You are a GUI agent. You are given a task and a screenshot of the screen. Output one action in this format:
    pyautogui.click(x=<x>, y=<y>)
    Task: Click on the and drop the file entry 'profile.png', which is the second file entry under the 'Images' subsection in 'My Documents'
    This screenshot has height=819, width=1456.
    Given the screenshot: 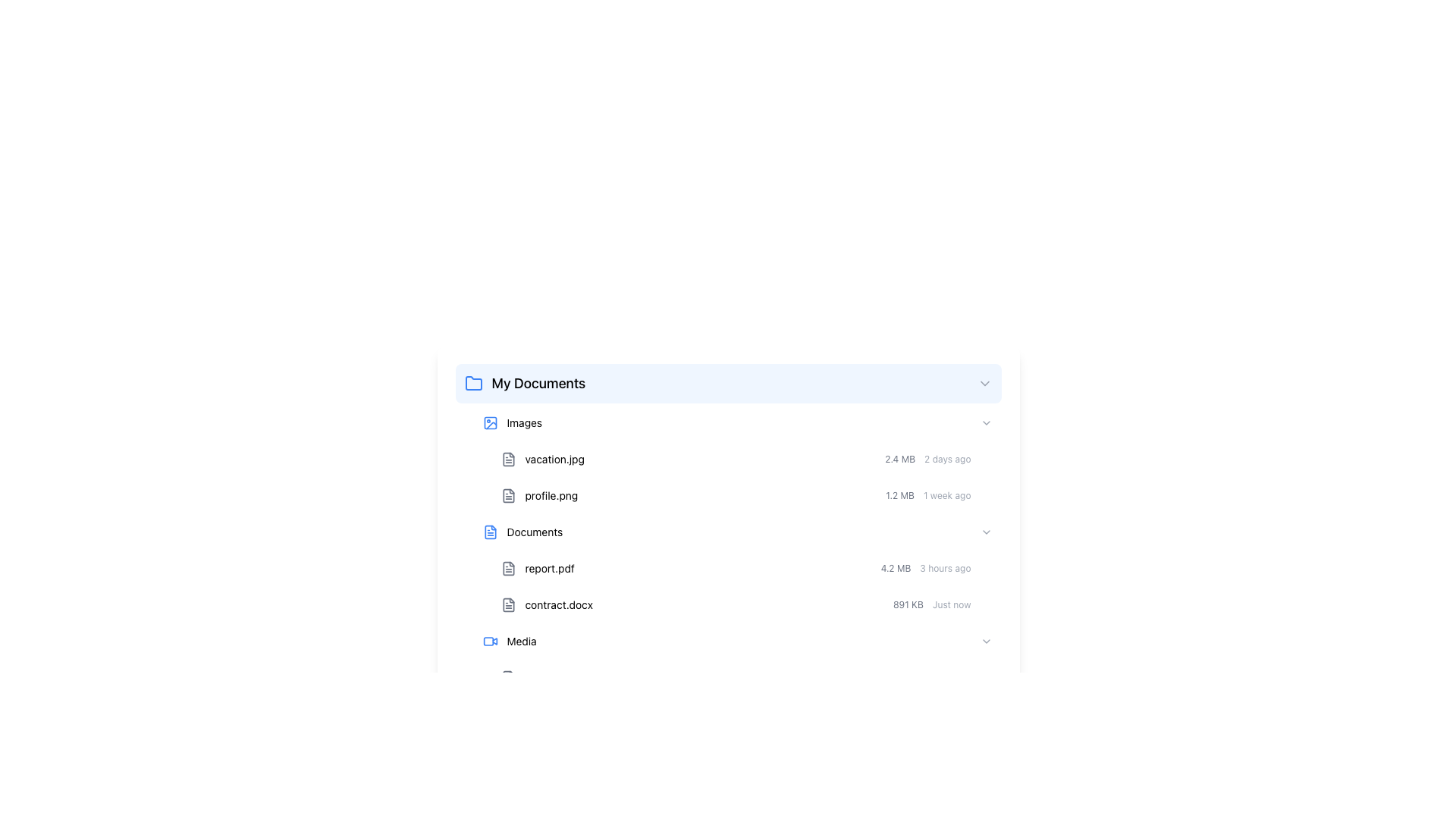 What is the action you would take?
    pyautogui.click(x=539, y=496)
    